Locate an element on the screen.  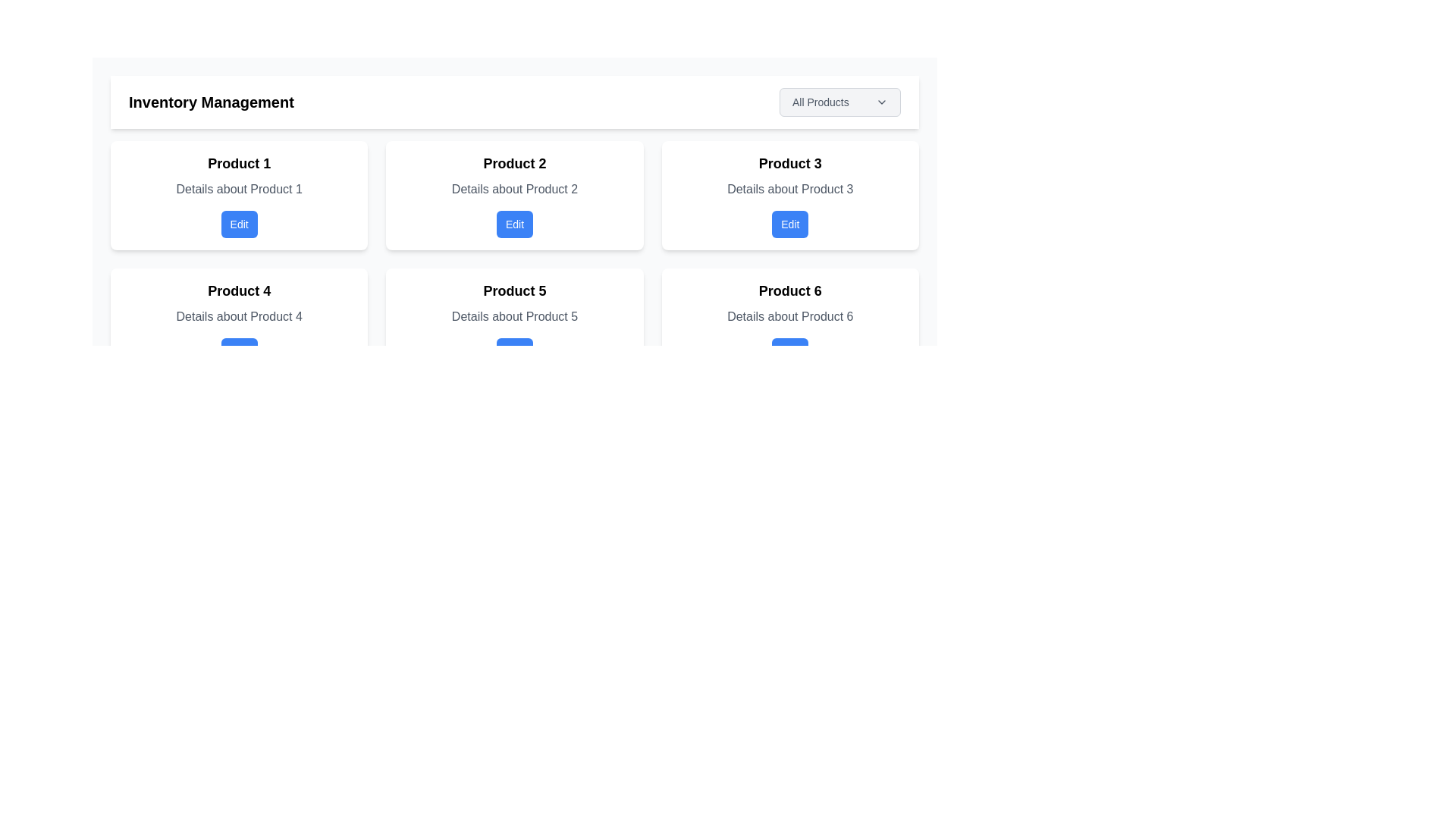
the label indicating 'Product 5', which serves as the header for the product card in the second row, third column of the grid layout is located at coordinates (514, 291).